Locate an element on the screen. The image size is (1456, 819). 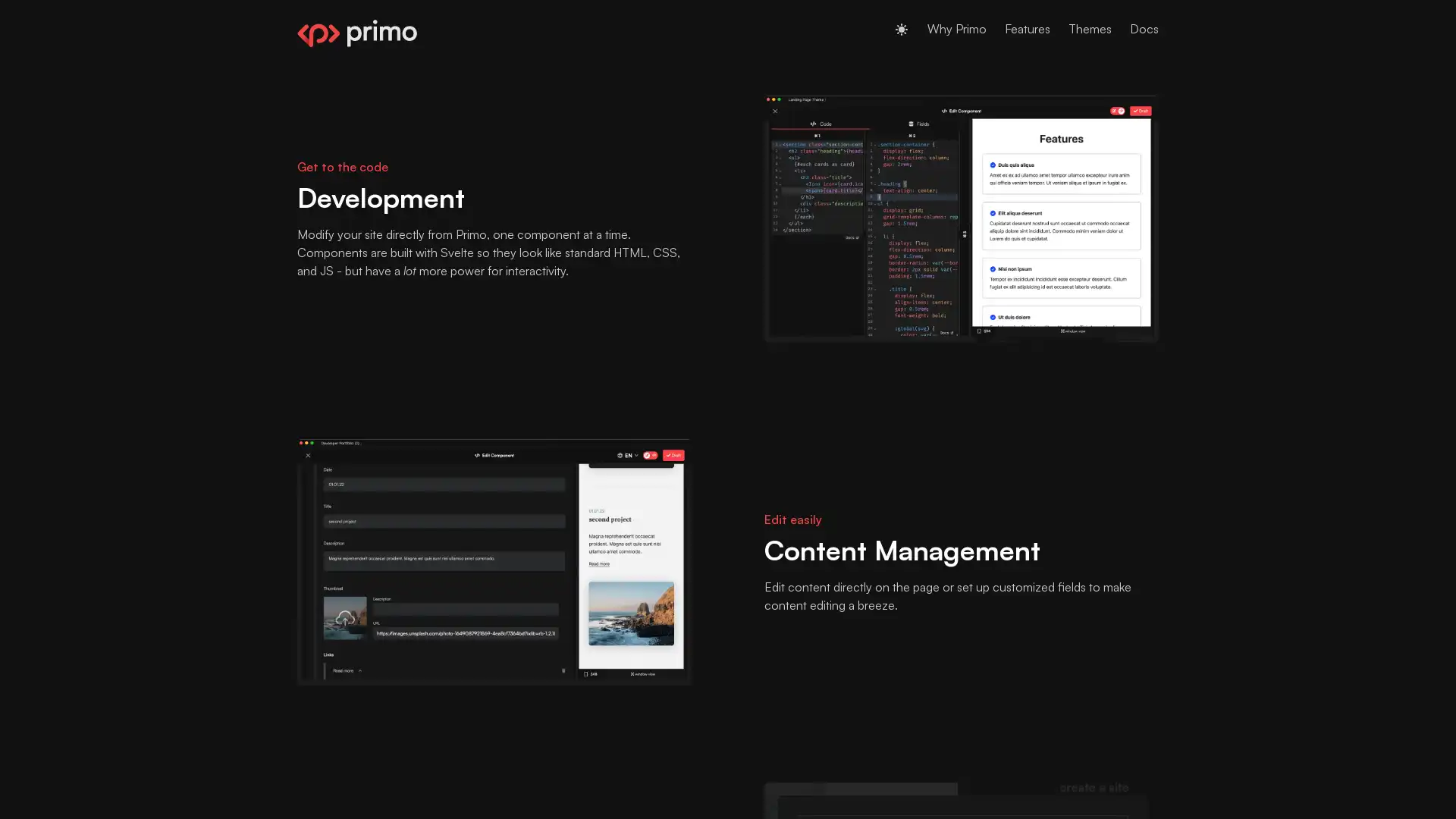
Toggle dark mode is located at coordinates (902, 29).